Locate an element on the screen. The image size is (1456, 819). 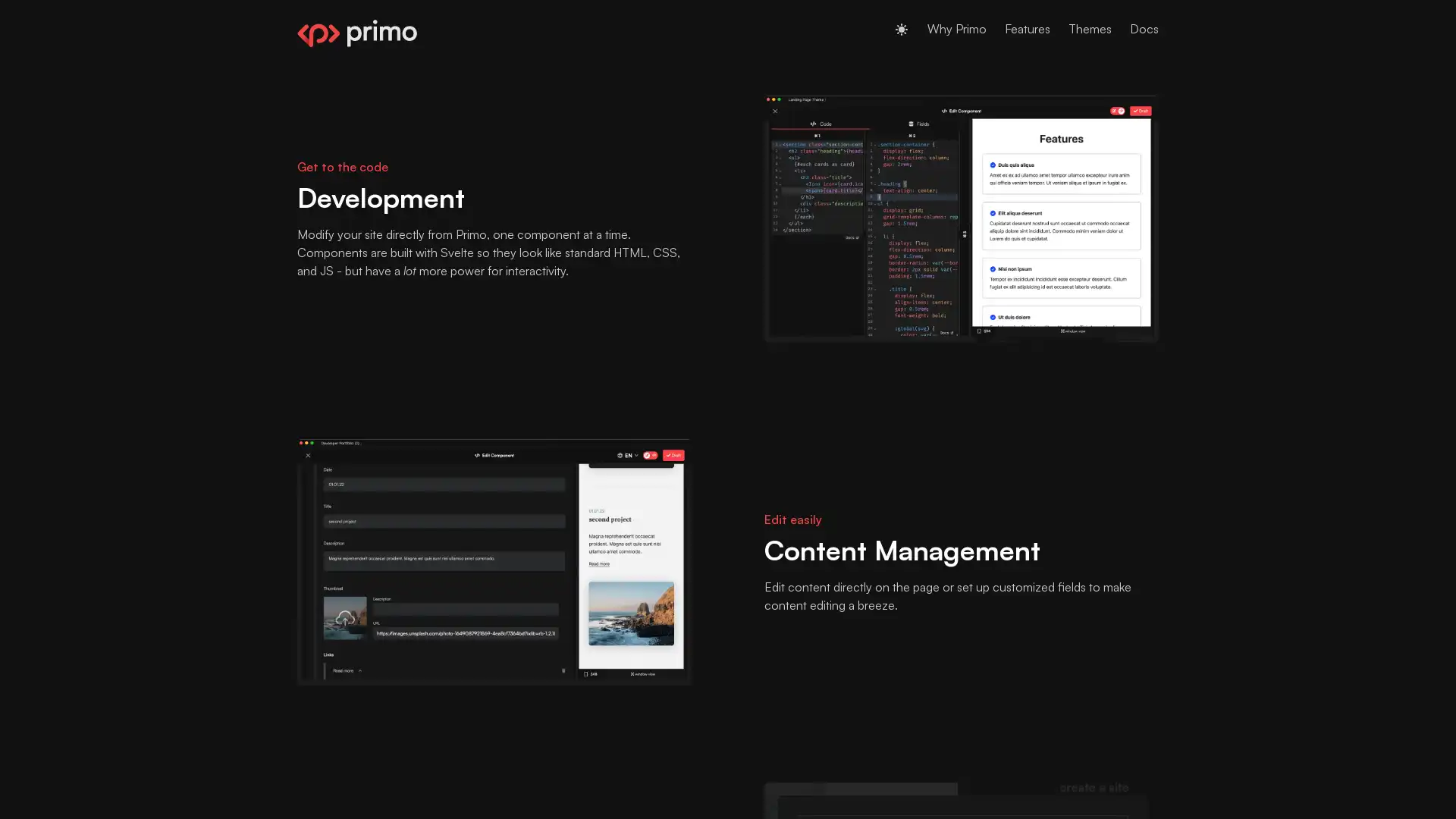
Toggle dark mode is located at coordinates (902, 29).